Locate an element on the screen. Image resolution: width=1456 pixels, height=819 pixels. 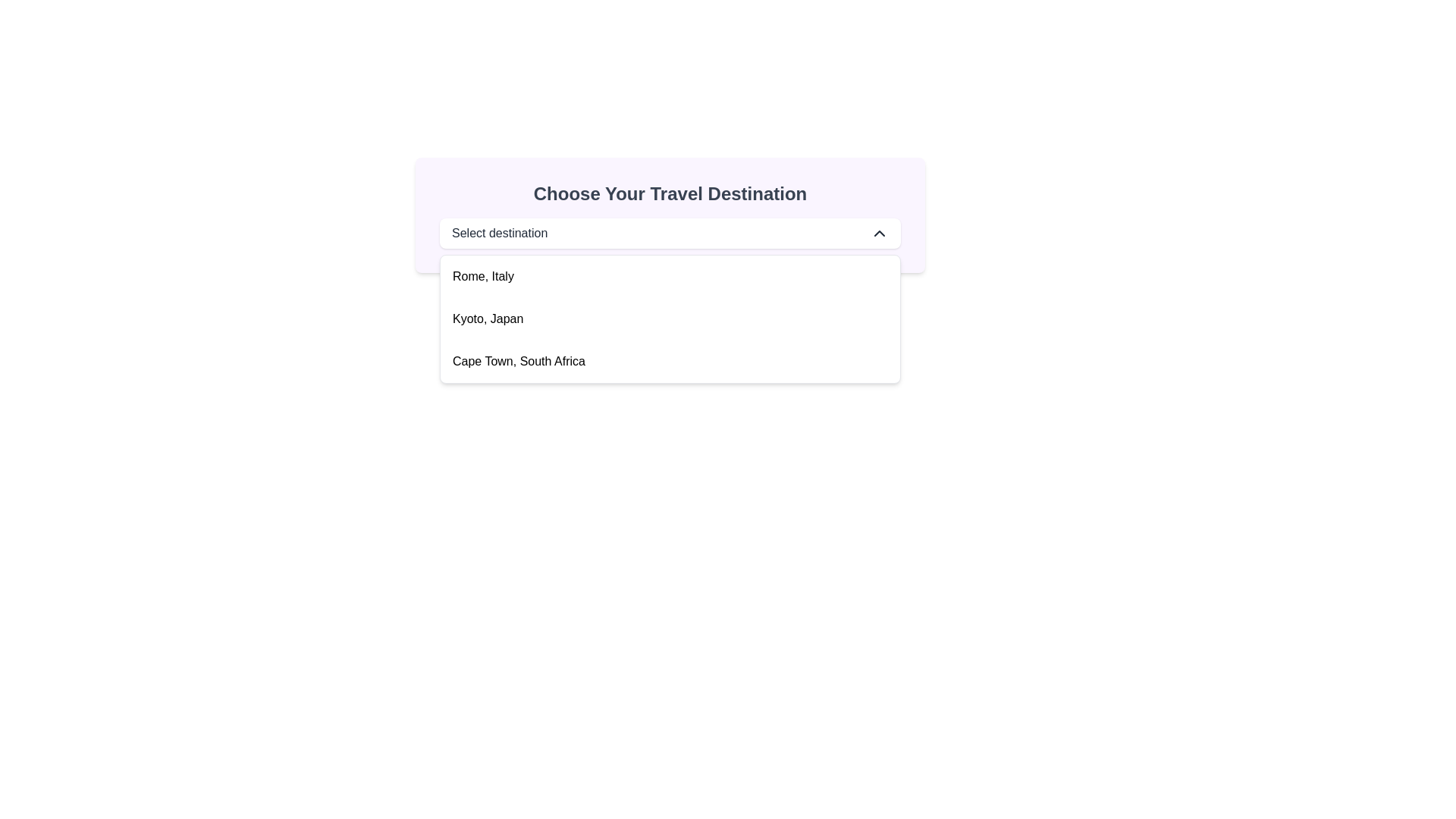
the 'Cape Town, South Africa' dropdown menu option is located at coordinates (669, 362).